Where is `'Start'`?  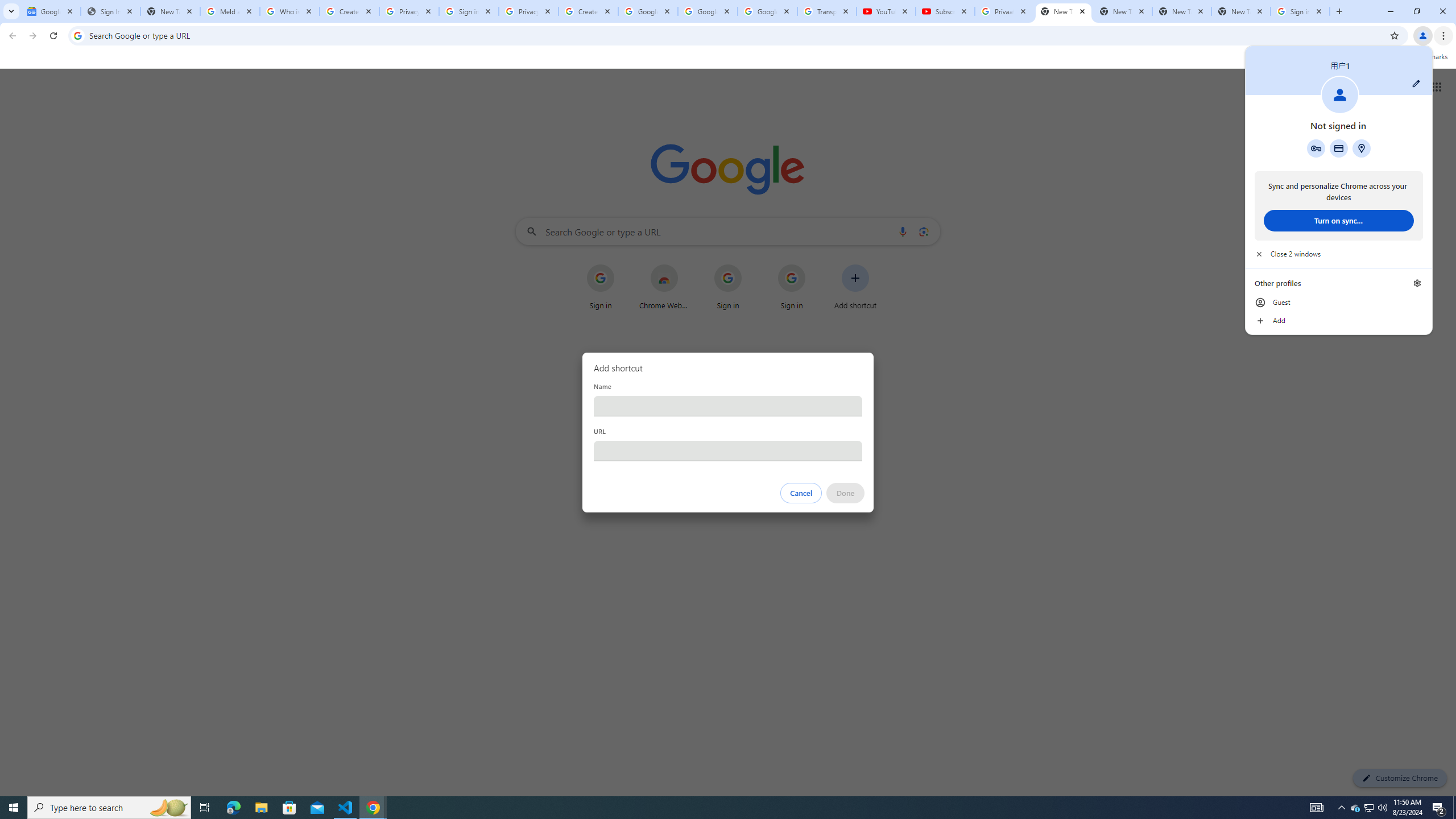 'Start' is located at coordinates (14, 806).